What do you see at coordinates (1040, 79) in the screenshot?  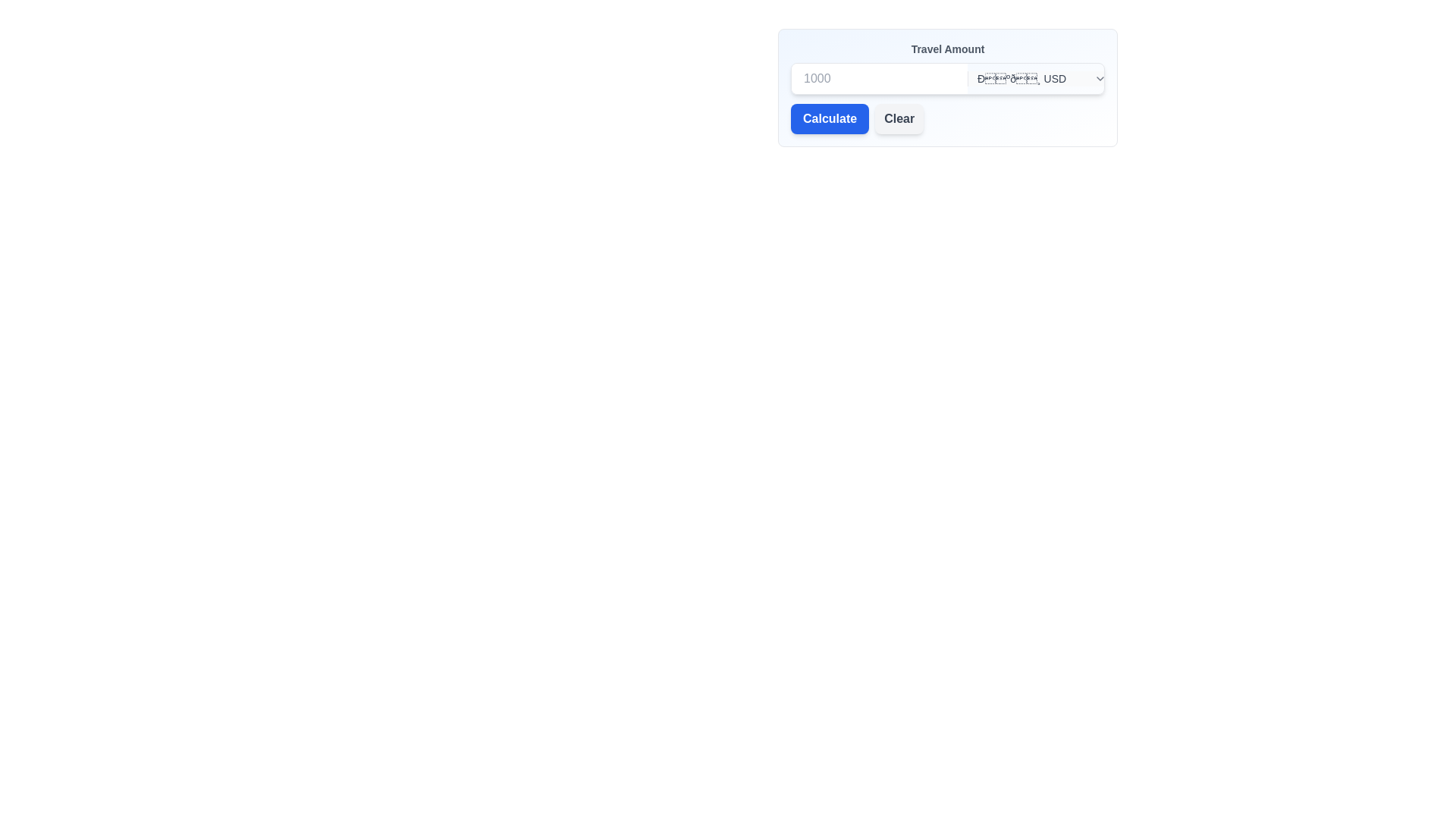 I see `keyboard navigation` at bounding box center [1040, 79].